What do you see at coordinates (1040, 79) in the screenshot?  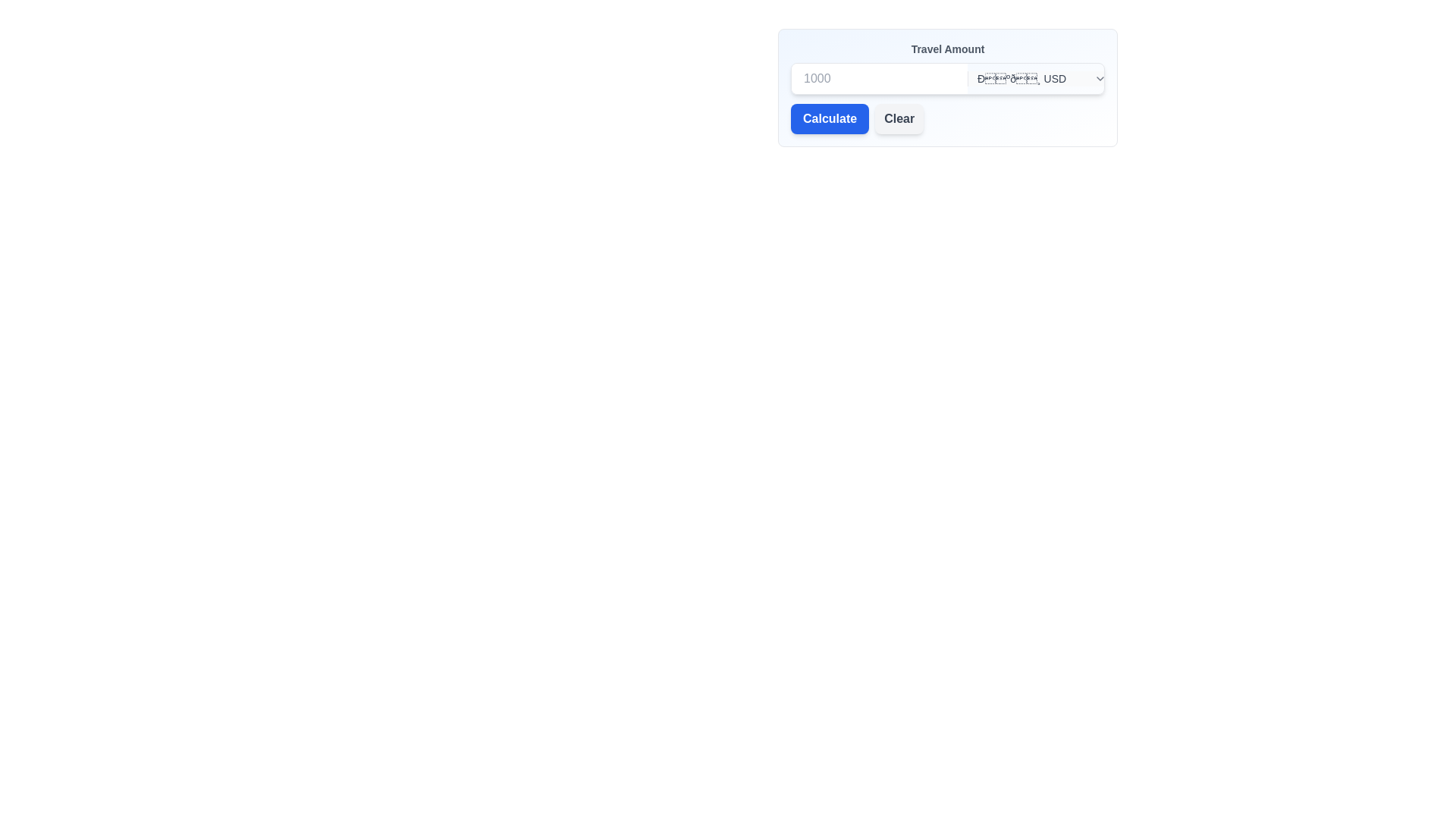 I see `keyboard navigation` at bounding box center [1040, 79].